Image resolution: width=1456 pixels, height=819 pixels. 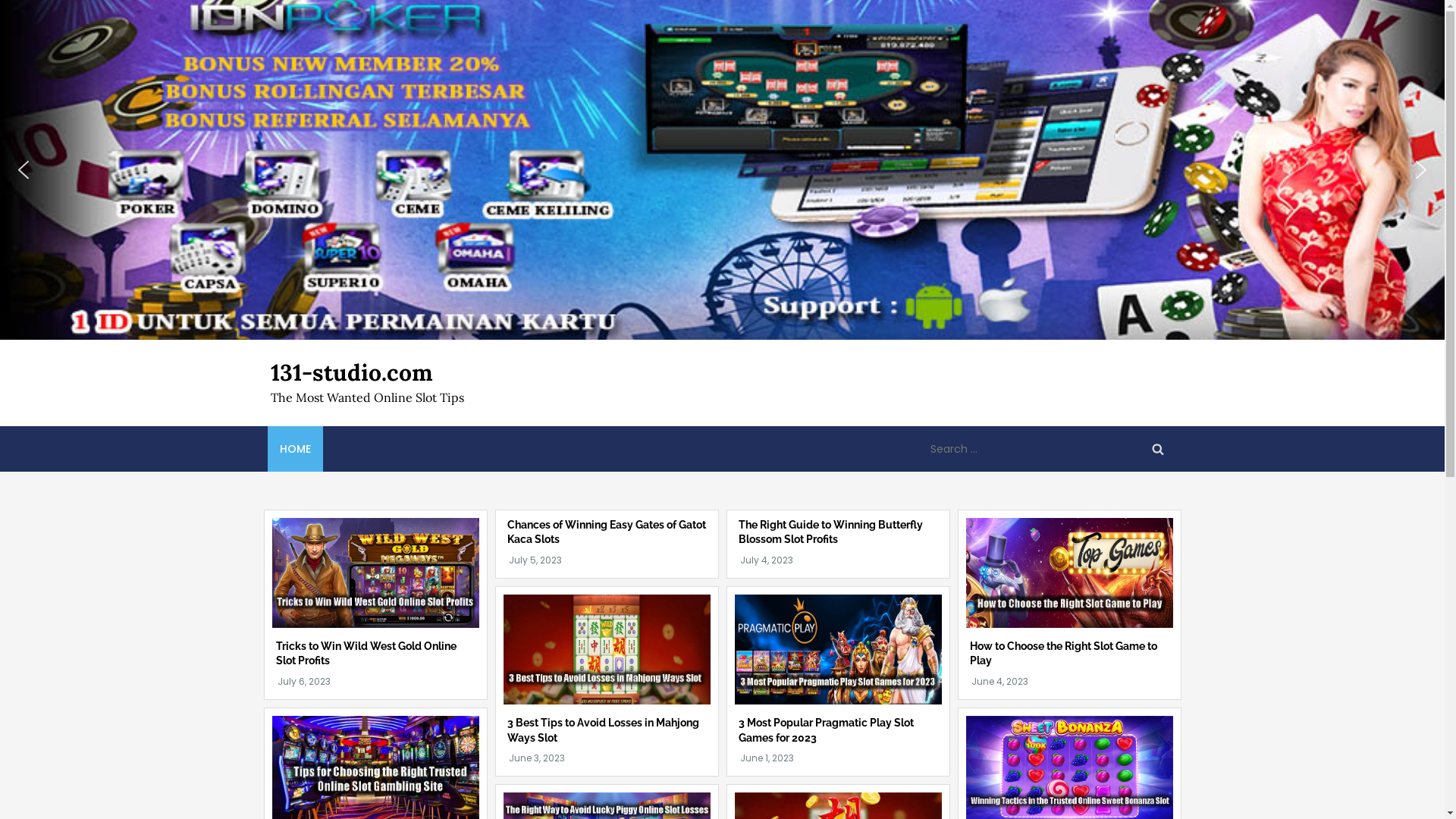 What do you see at coordinates (604, 532) in the screenshot?
I see `'Chances of Winning Easy Gates of Gatot Kaca Slots'` at bounding box center [604, 532].